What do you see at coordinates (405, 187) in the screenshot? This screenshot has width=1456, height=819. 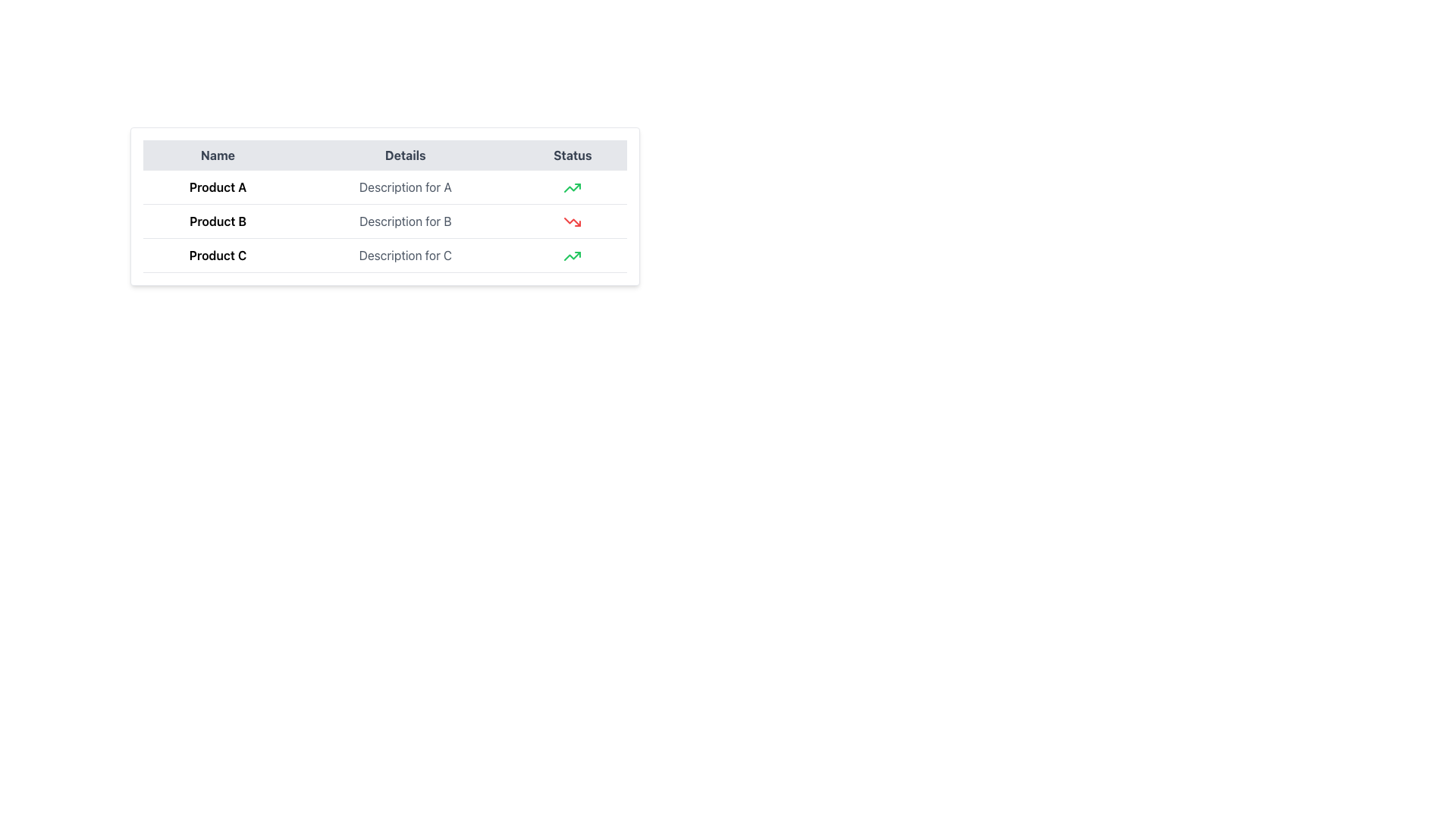 I see `the text label 'Description for A' in the second column of the first row of the table, which is styled in a lightweight typeface and has a gray font color` at bounding box center [405, 187].